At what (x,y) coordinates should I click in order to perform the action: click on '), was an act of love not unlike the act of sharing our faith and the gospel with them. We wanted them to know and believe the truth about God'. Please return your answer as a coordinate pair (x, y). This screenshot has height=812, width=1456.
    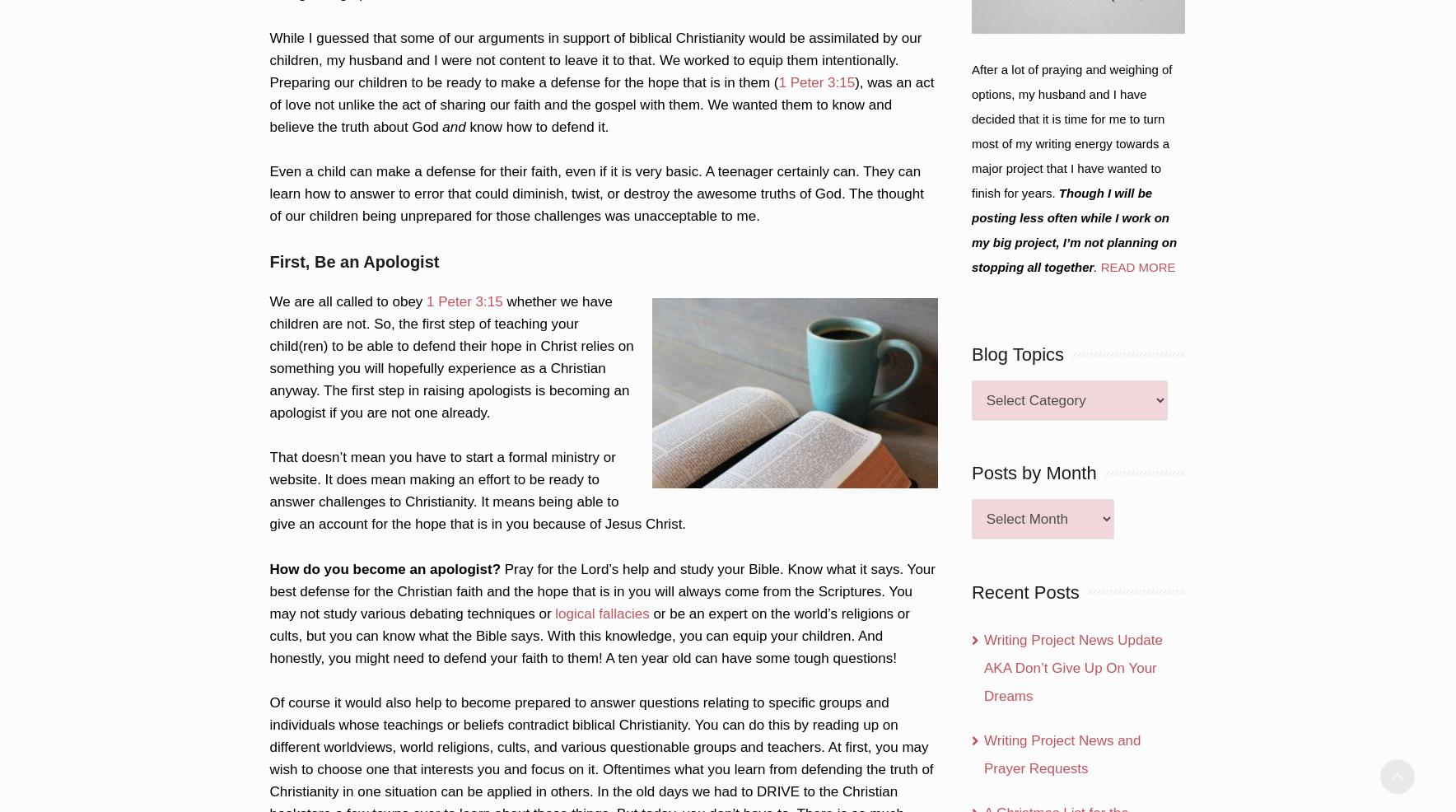
    Looking at the image, I should click on (601, 104).